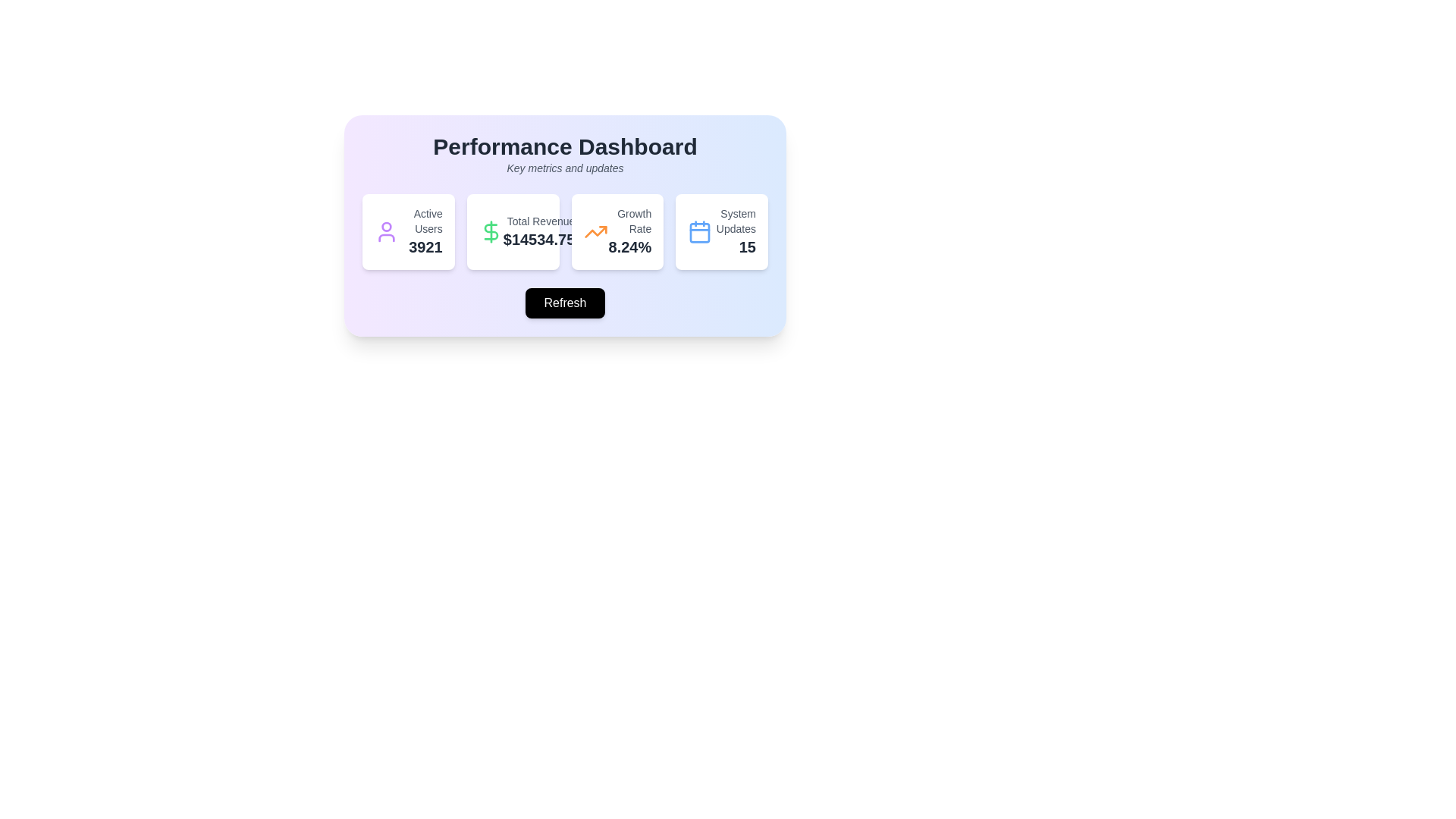  What do you see at coordinates (564, 168) in the screenshot?
I see `the text element styled in a small italicized font with a gray color that reads 'Key metrics and updates', located beneath 'Performance Dashboard'` at bounding box center [564, 168].